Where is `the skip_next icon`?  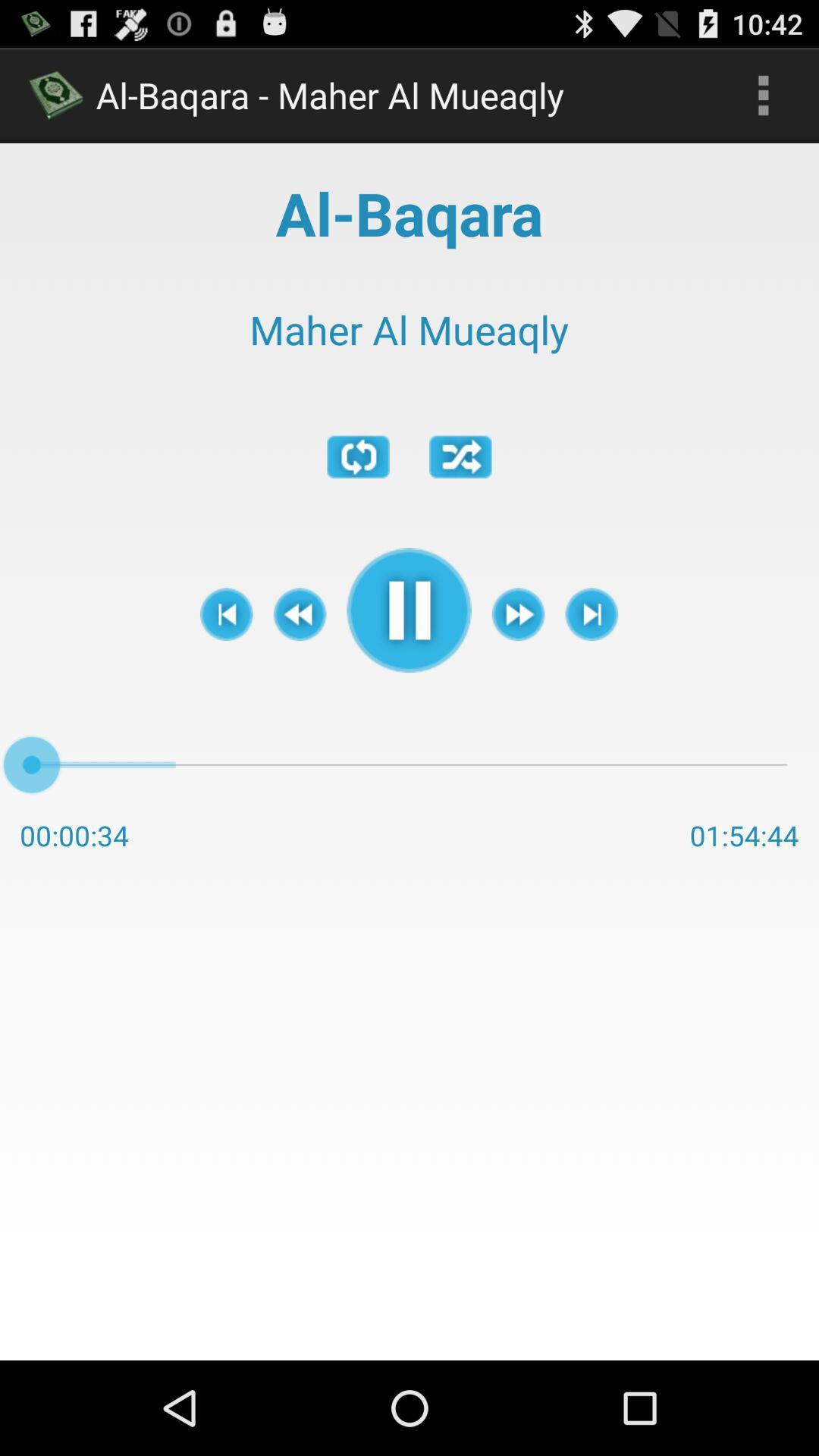 the skip_next icon is located at coordinates (591, 657).